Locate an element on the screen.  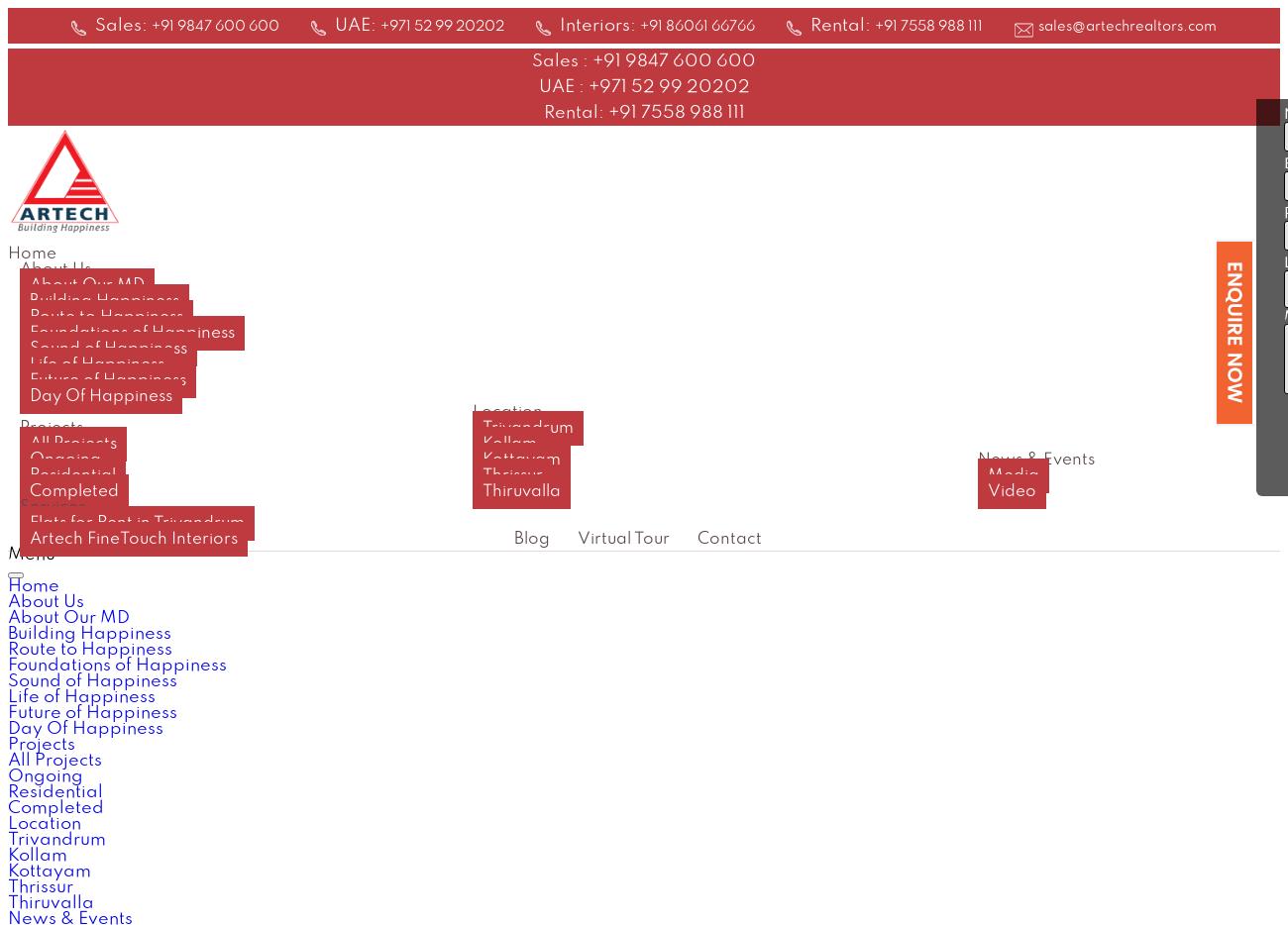
'Rental:' is located at coordinates (842, 24).